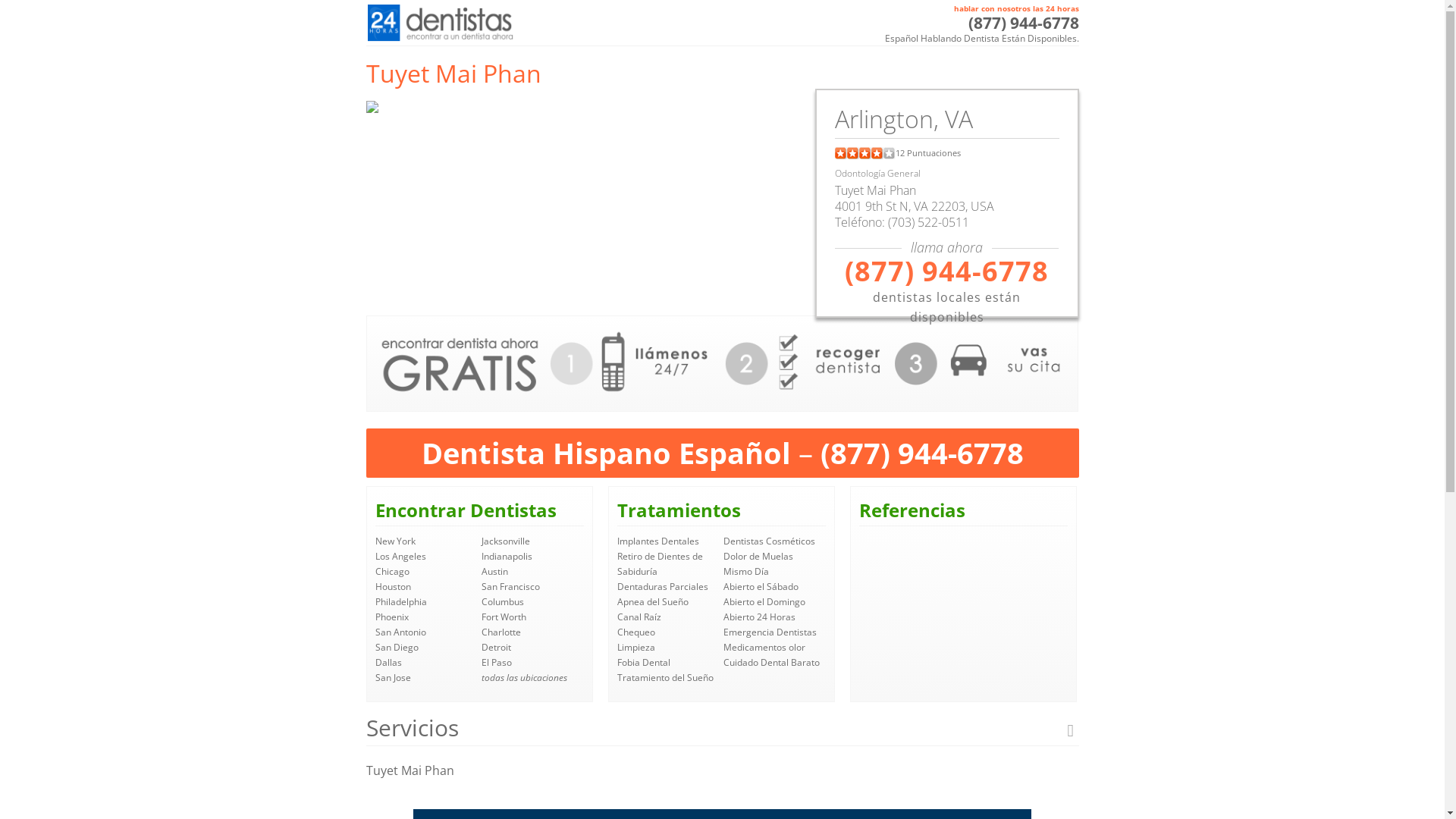 This screenshot has width=1456, height=819. Describe the element at coordinates (524, 676) in the screenshot. I see `'todas las ubicaciones'` at that location.